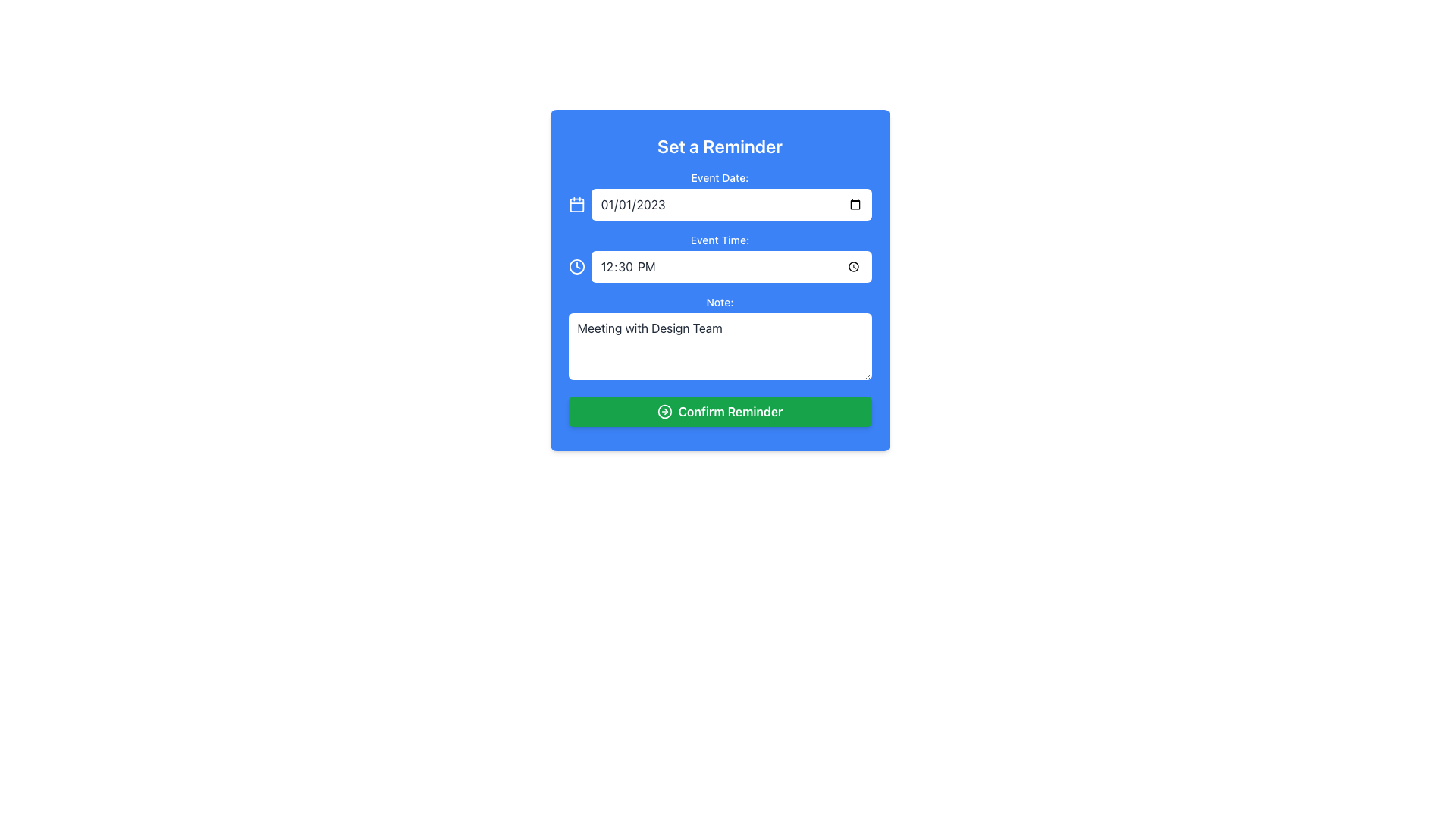 This screenshot has height=819, width=1456. Describe the element at coordinates (576, 205) in the screenshot. I see `the calendar icon that indicates the purpose of the 'Event Date' input field, which is located on the left side of the input field` at that location.